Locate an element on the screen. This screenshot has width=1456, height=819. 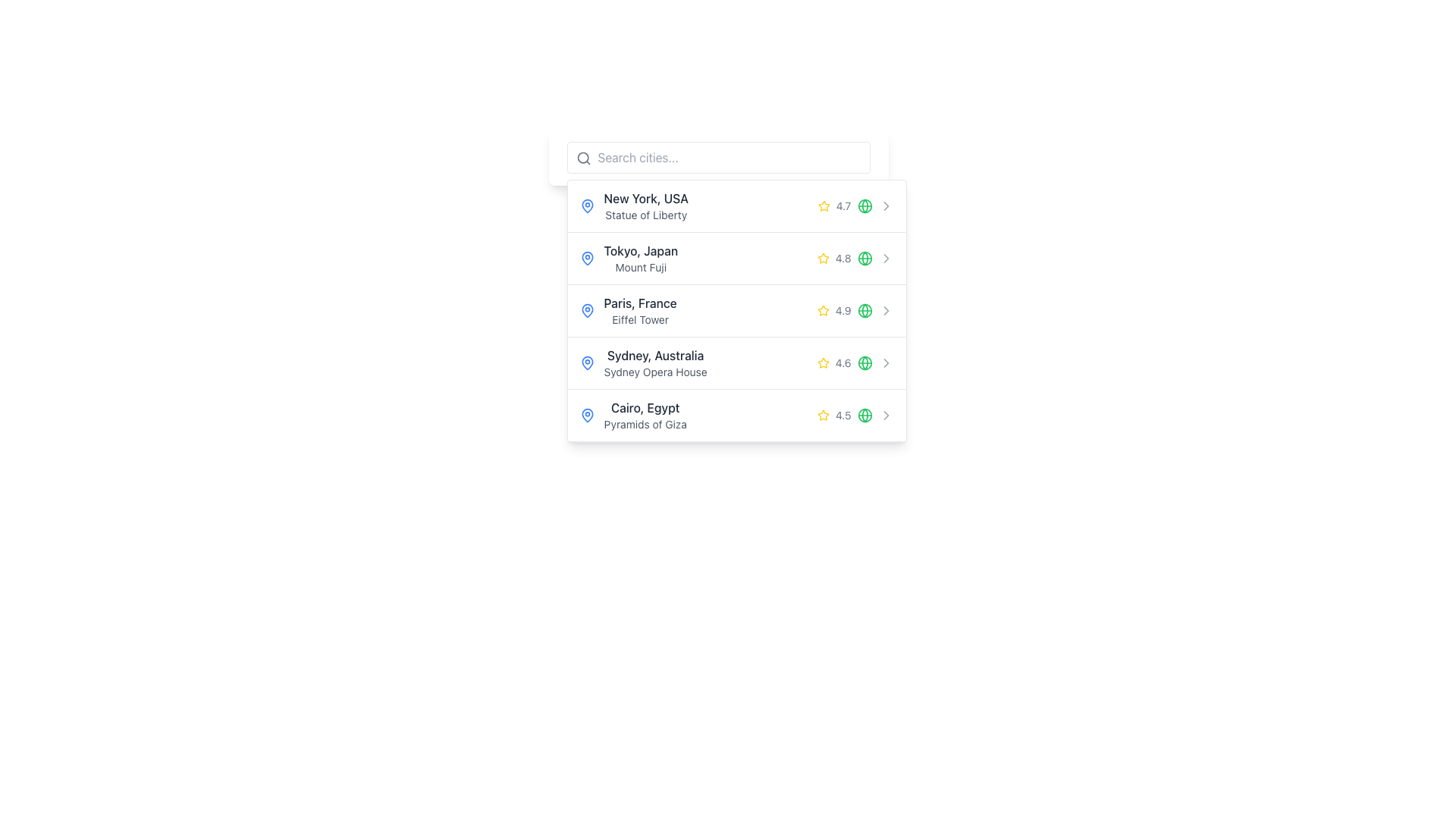
the SVG circle element that symbolizes the lens of the magnifying glass, located to the left of the search input box with the placeholder text 'Search cities...' is located at coordinates (582, 158).